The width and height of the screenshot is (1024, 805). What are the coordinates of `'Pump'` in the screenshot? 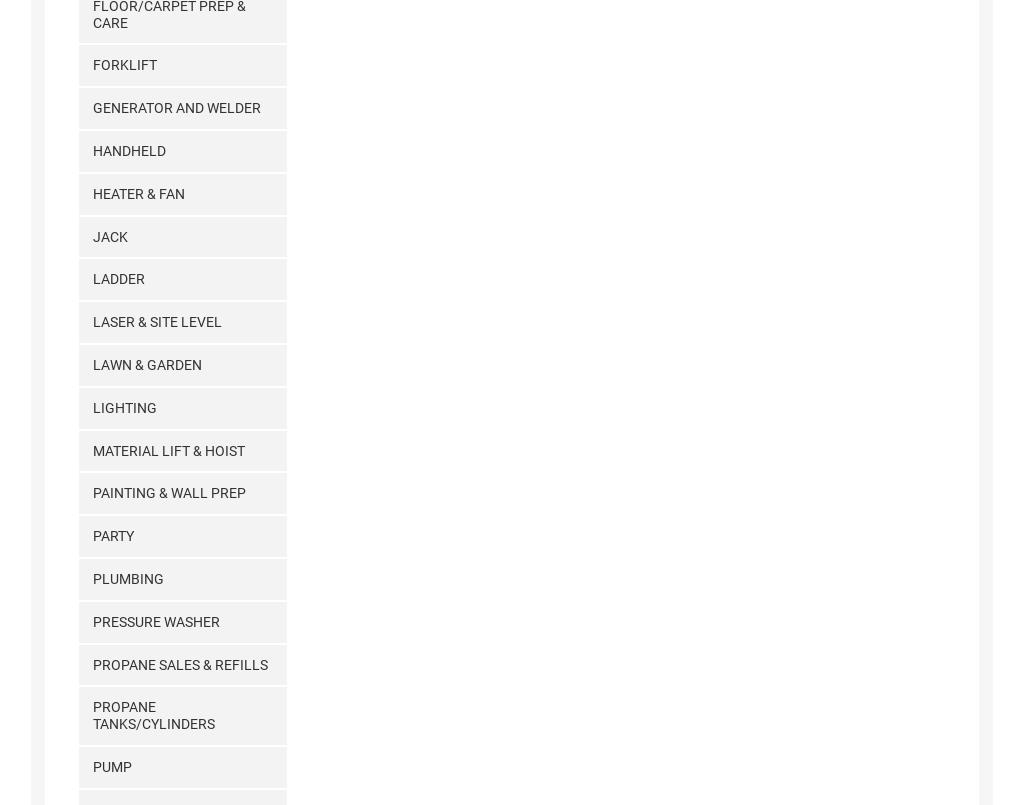 It's located at (91, 765).